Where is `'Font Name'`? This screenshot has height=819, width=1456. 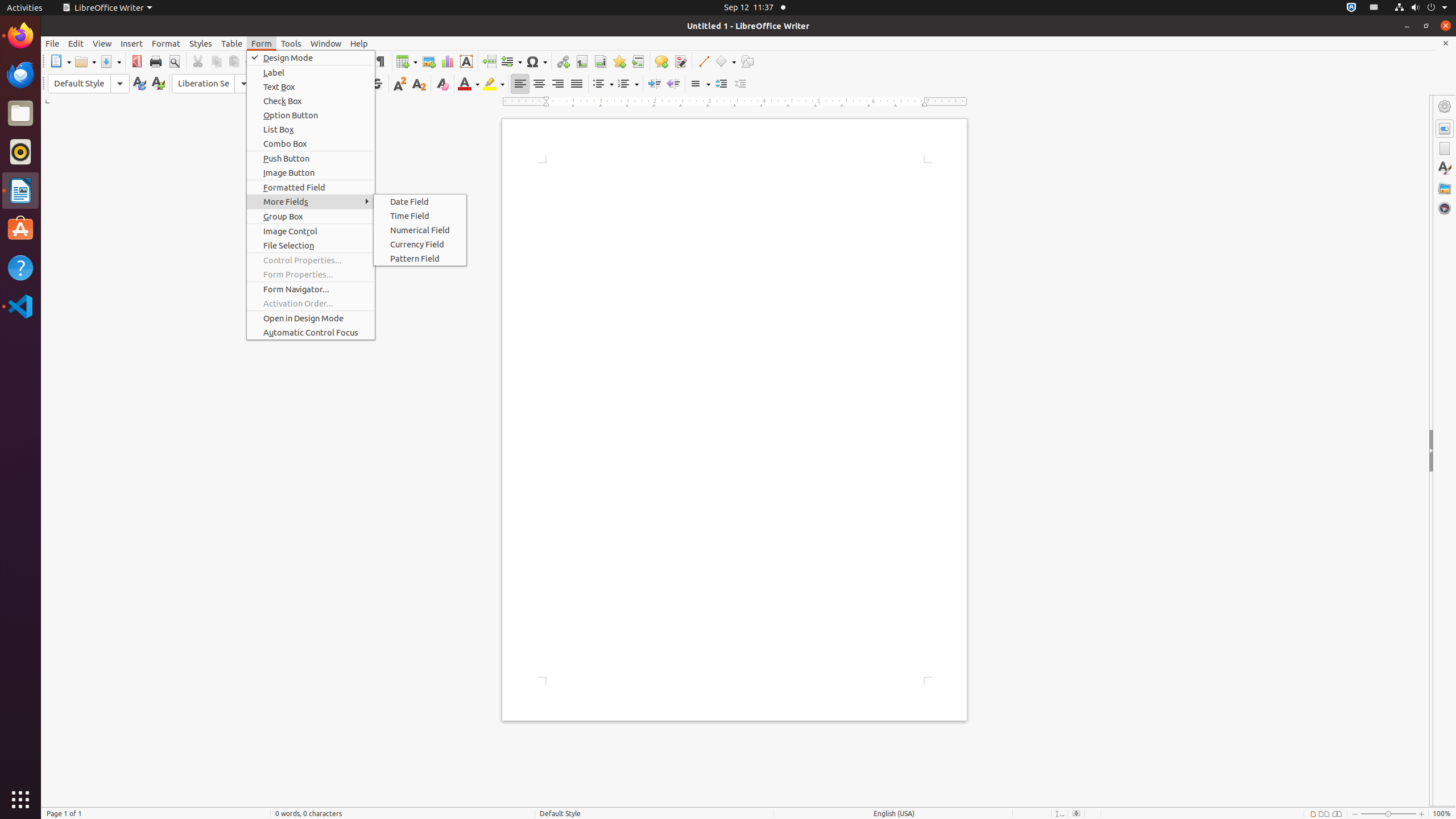 'Font Name' is located at coordinates (213, 83).